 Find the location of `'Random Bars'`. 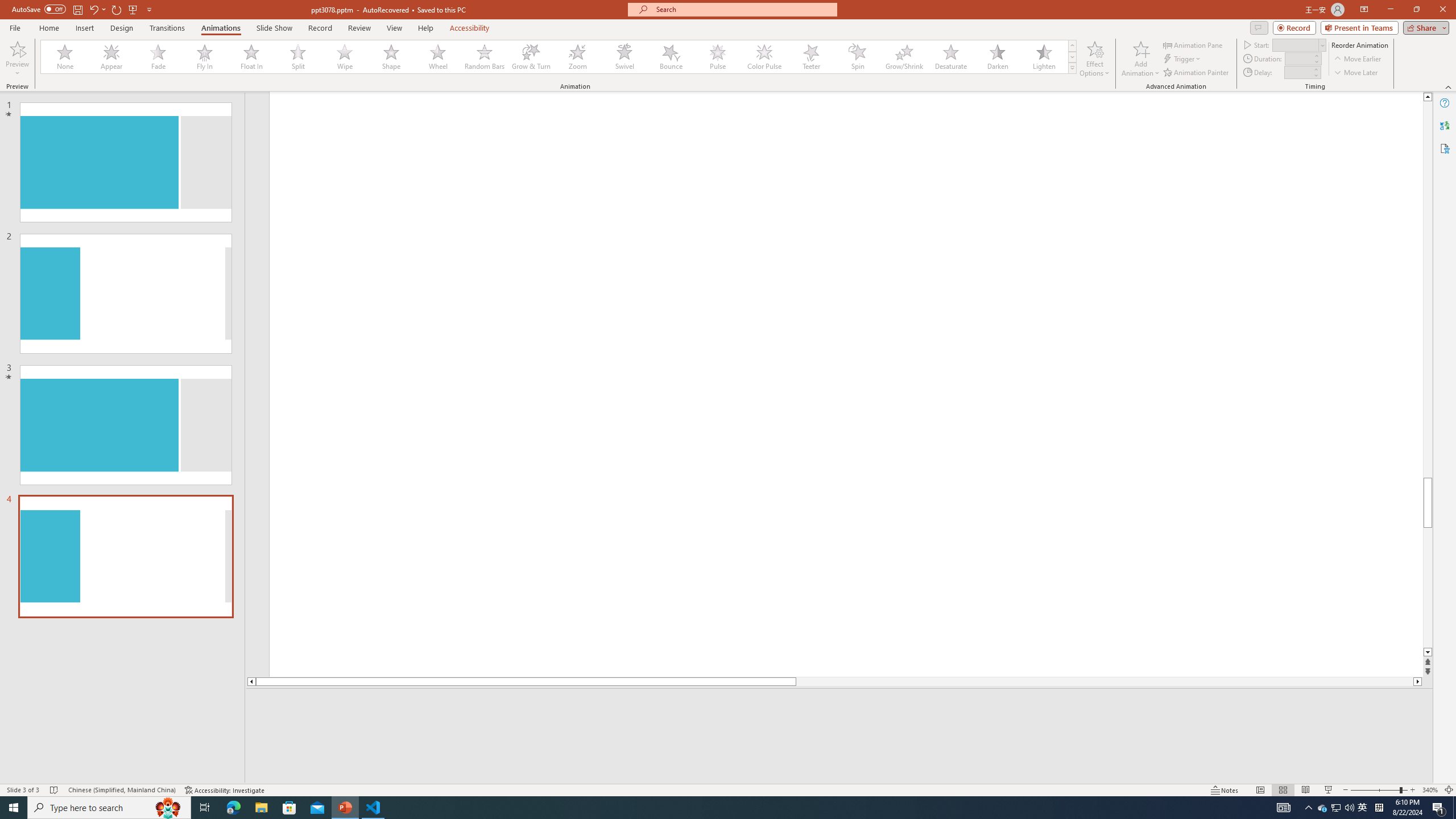

'Random Bars' is located at coordinates (484, 56).